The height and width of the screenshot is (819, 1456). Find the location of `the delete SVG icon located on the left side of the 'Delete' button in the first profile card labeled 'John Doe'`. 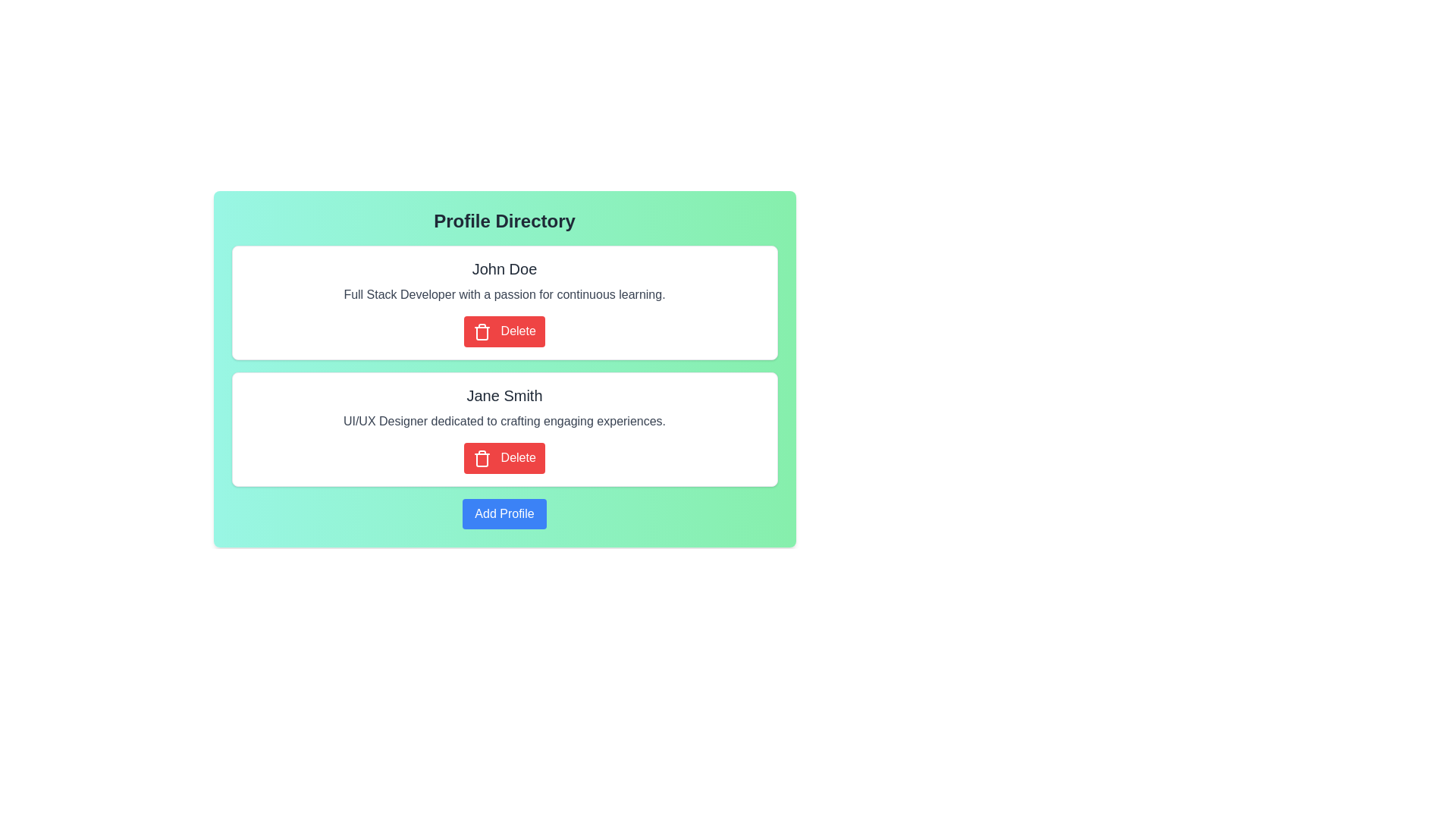

the delete SVG icon located on the left side of the 'Delete' button in the first profile card labeled 'John Doe' is located at coordinates (482, 457).